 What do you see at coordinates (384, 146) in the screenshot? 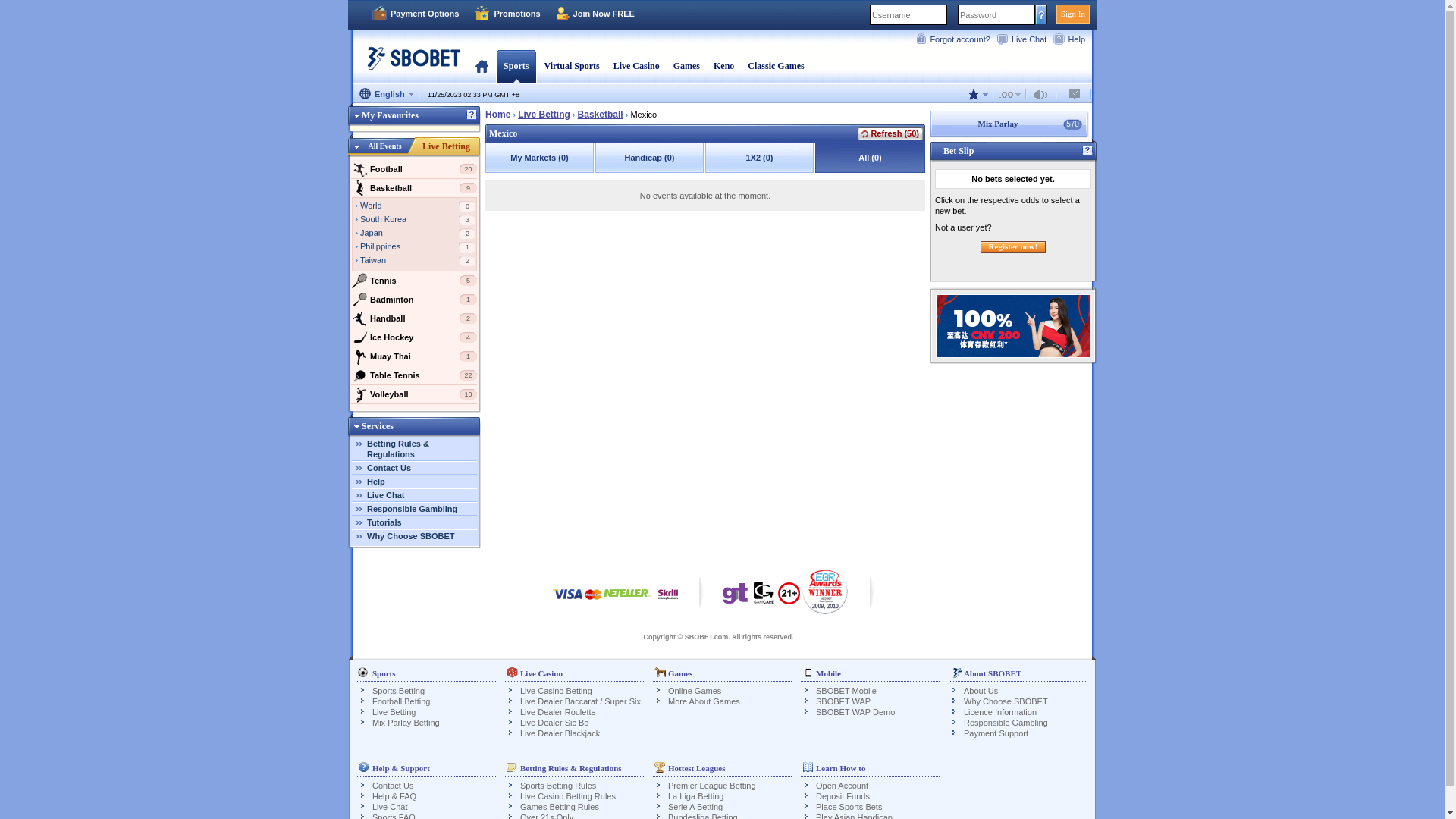
I see `'All Events'` at bounding box center [384, 146].